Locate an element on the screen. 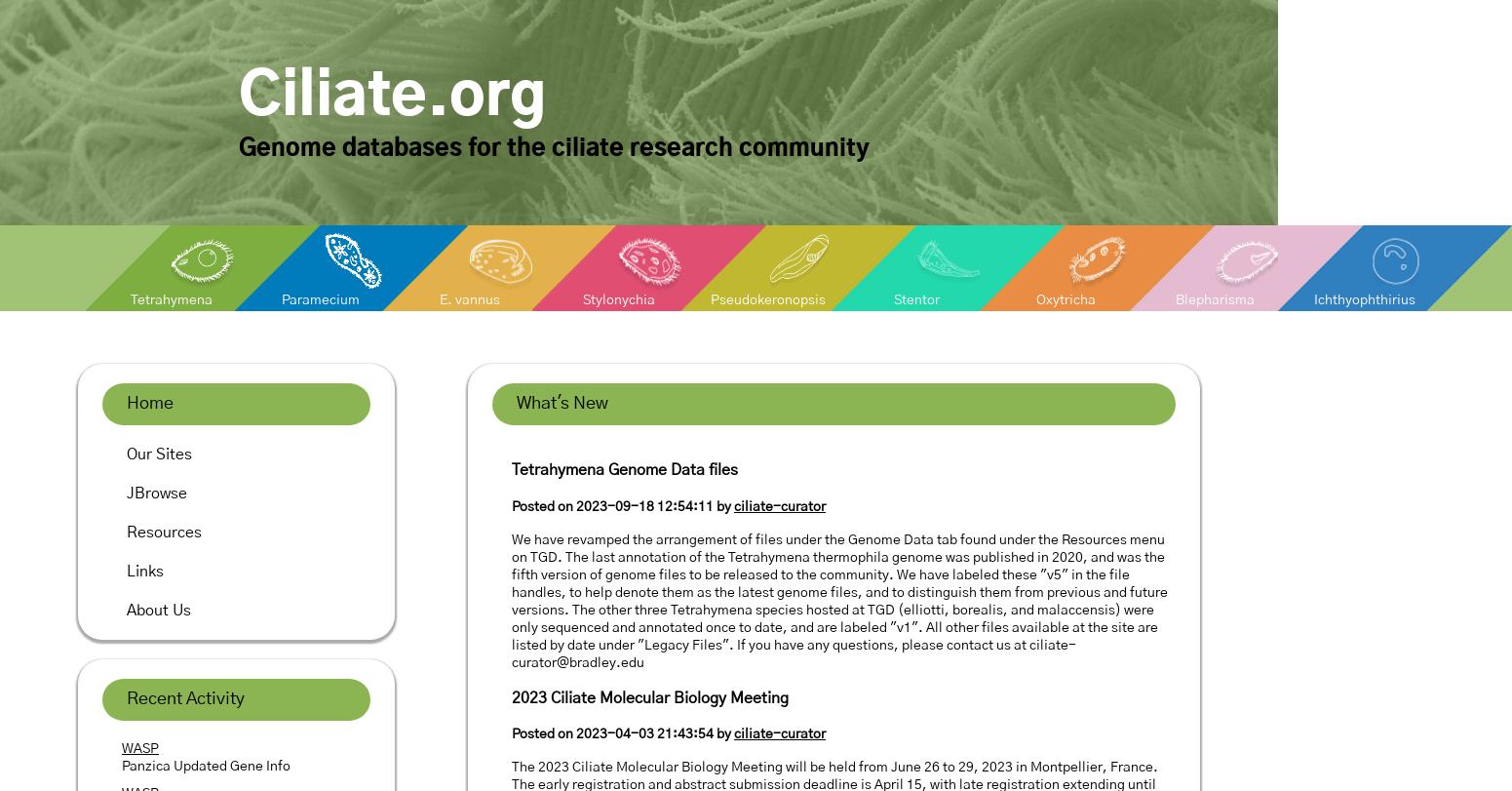 This screenshot has width=1512, height=791. 'Stentor' is located at coordinates (916, 300).